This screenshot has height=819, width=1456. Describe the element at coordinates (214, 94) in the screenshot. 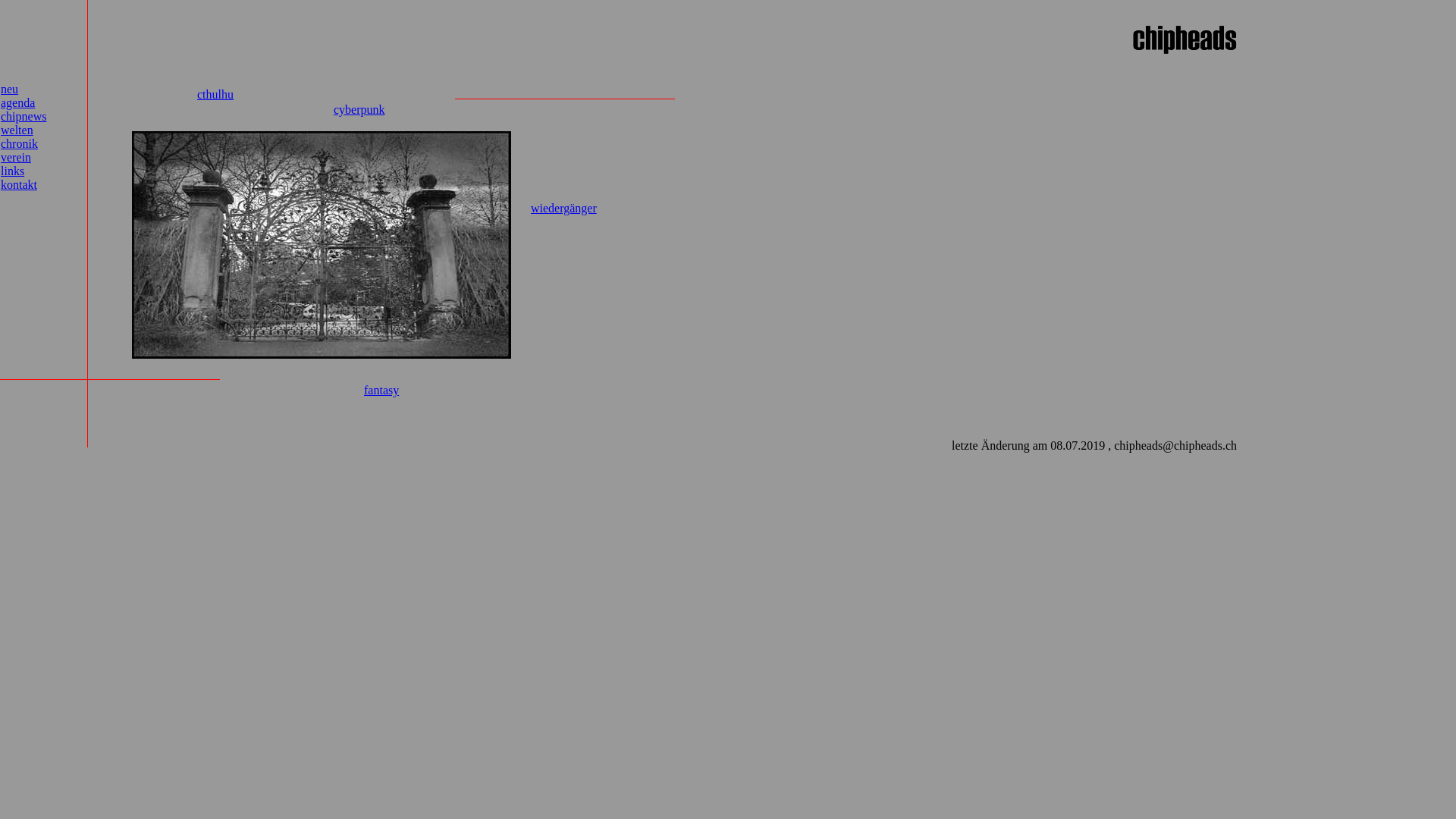

I see `'cthulhu'` at that location.